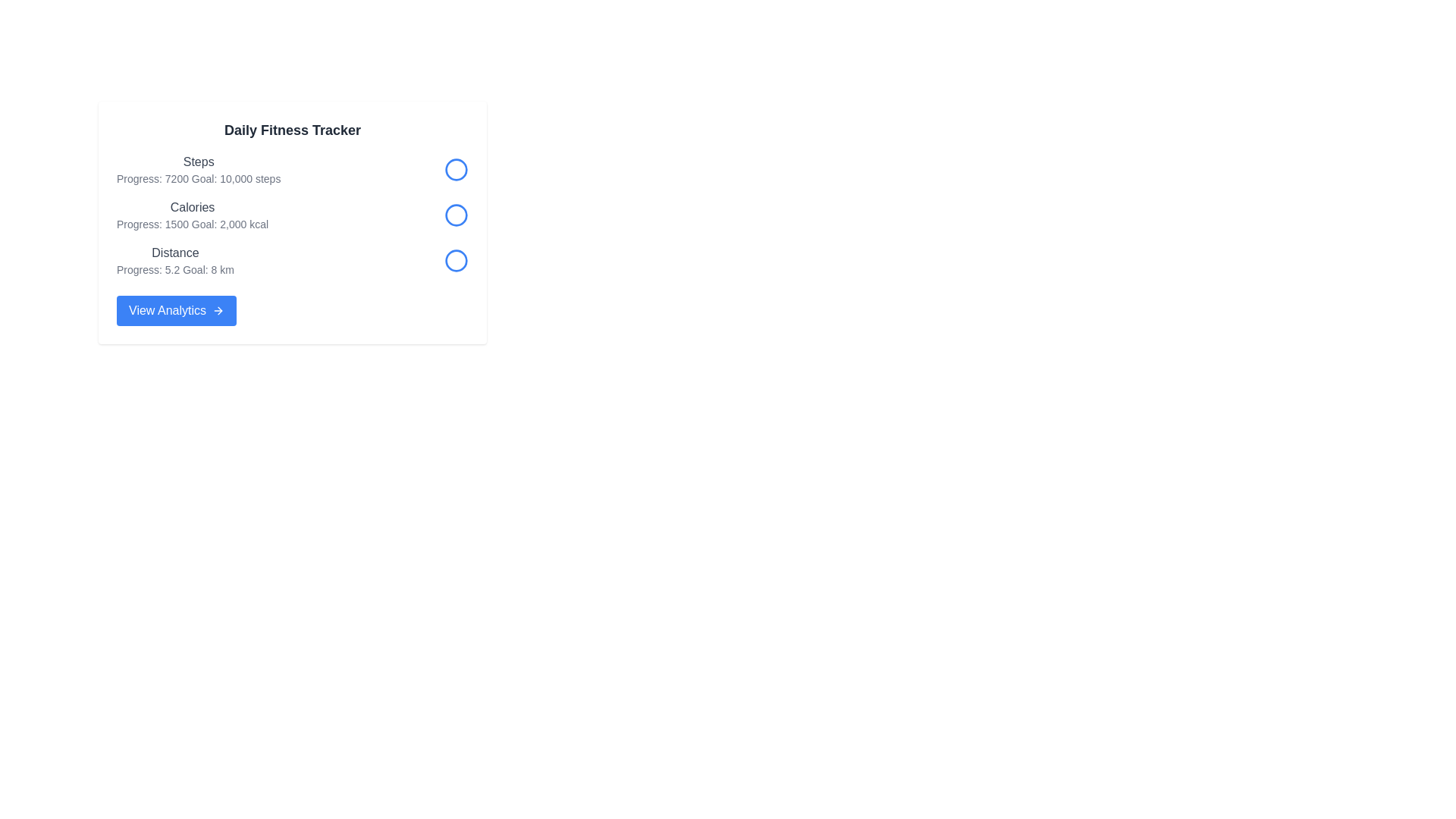 This screenshot has height=819, width=1456. What do you see at coordinates (292, 130) in the screenshot?
I see `the title/header text element that summarizes the user's fitness tracking data, positioned at the top of the card` at bounding box center [292, 130].